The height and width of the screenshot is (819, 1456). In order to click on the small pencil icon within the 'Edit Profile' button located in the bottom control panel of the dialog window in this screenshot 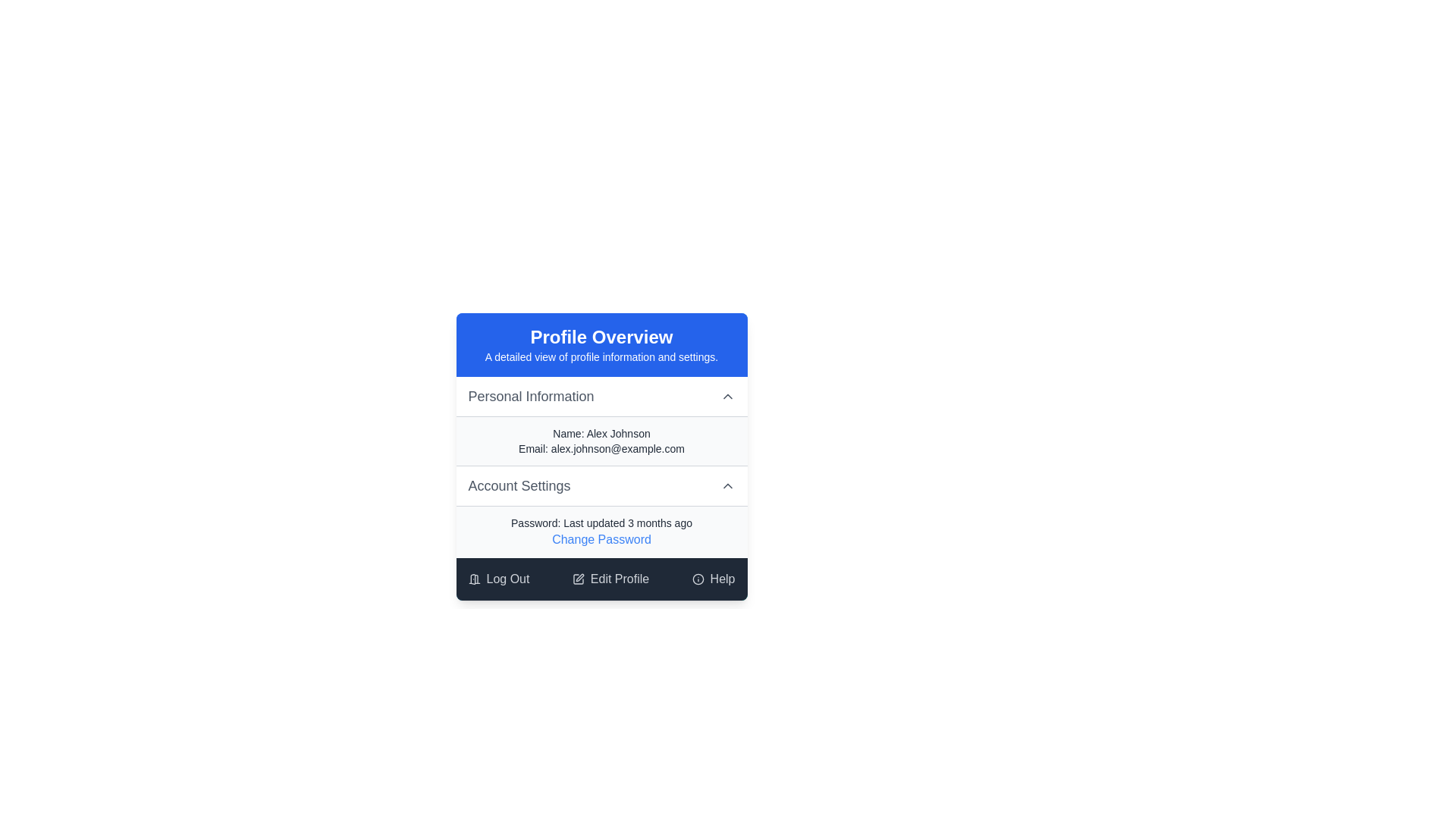, I will do `click(579, 578)`.